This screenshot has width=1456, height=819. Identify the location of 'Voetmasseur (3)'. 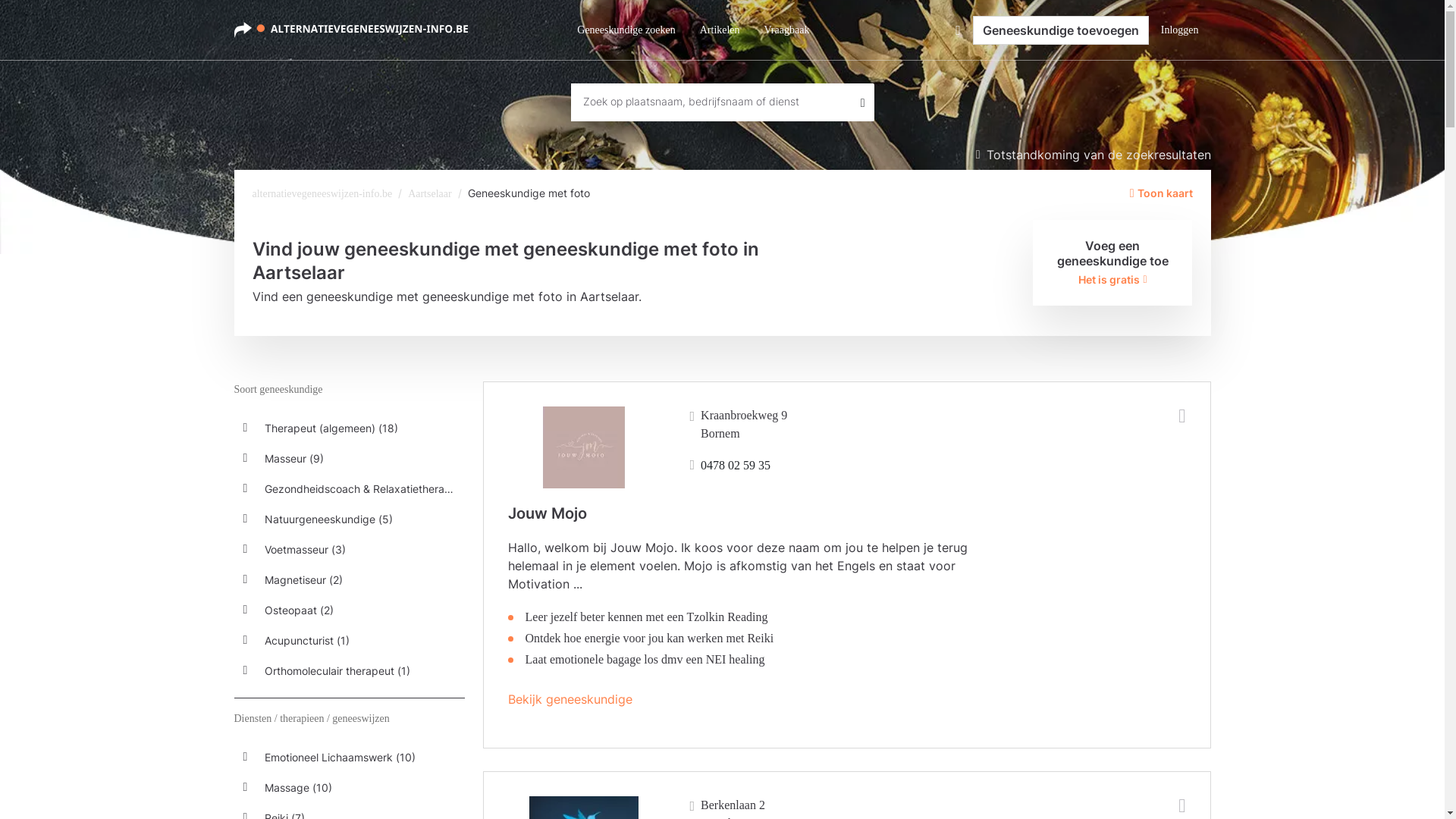
(348, 549).